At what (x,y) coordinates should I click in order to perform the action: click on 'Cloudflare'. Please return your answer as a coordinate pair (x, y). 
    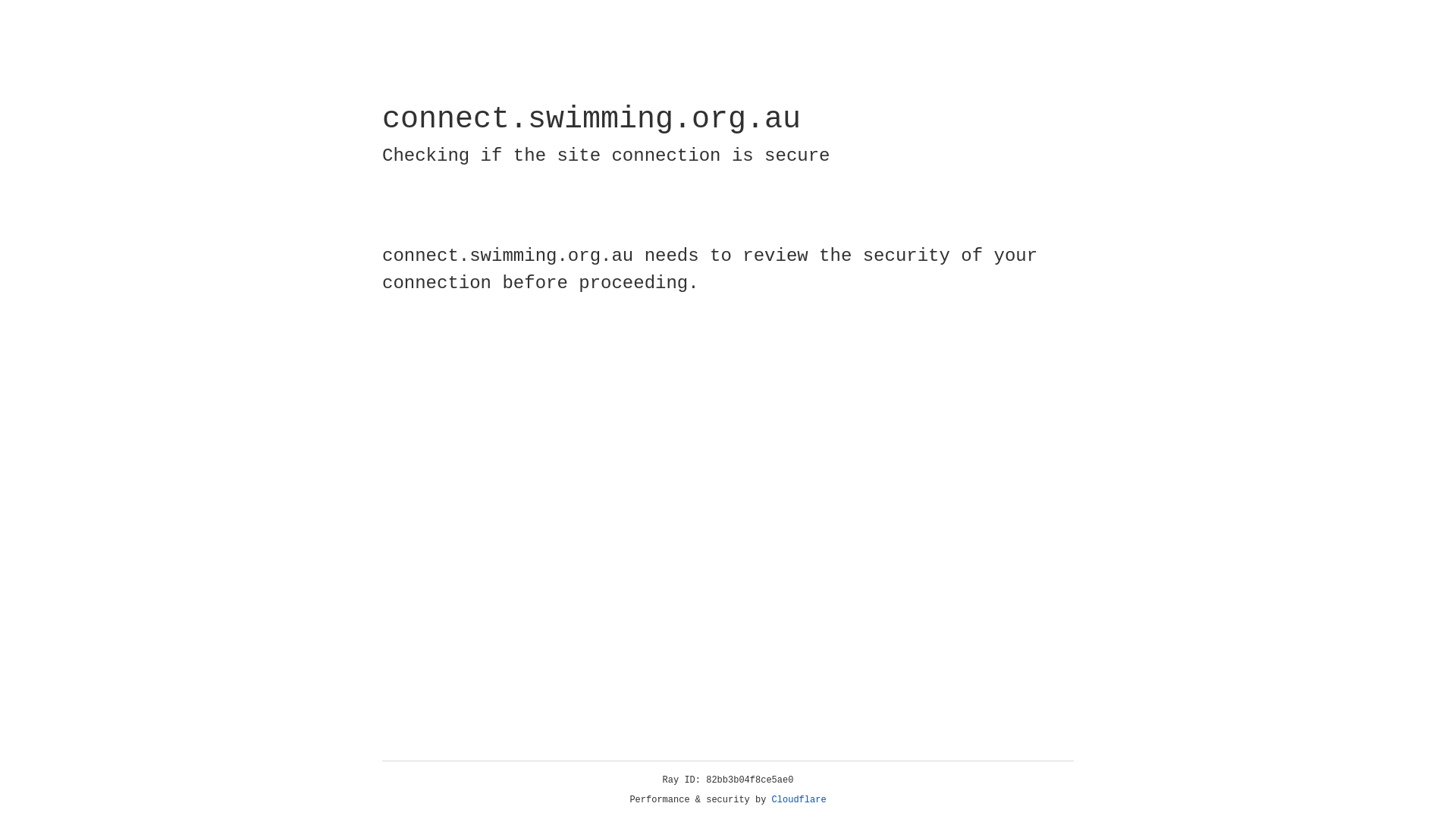
    Looking at the image, I should click on (799, 799).